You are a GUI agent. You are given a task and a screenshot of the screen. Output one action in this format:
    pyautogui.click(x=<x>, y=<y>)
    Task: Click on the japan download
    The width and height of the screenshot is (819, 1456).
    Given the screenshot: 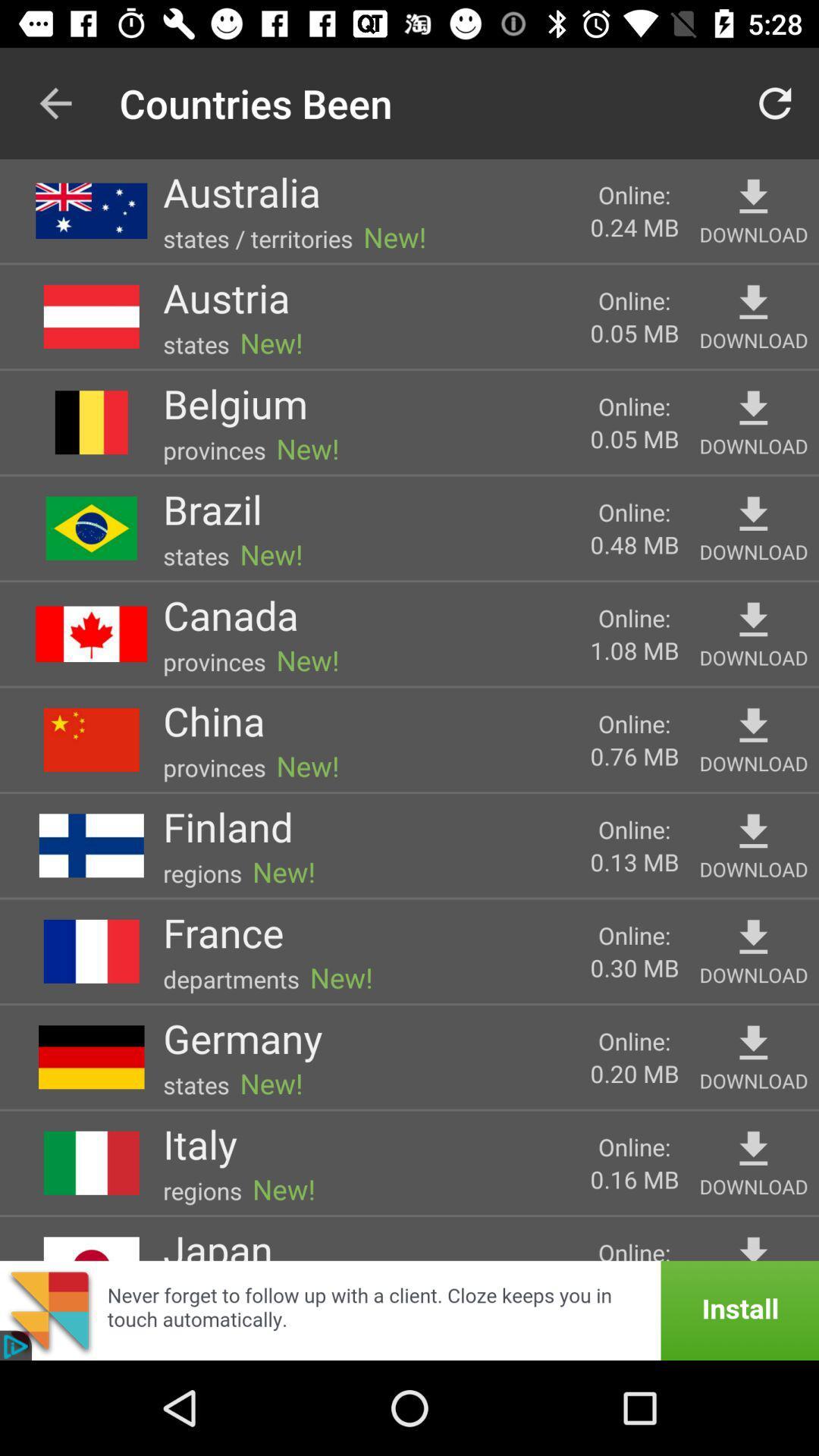 What is the action you would take?
    pyautogui.click(x=753, y=1246)
    